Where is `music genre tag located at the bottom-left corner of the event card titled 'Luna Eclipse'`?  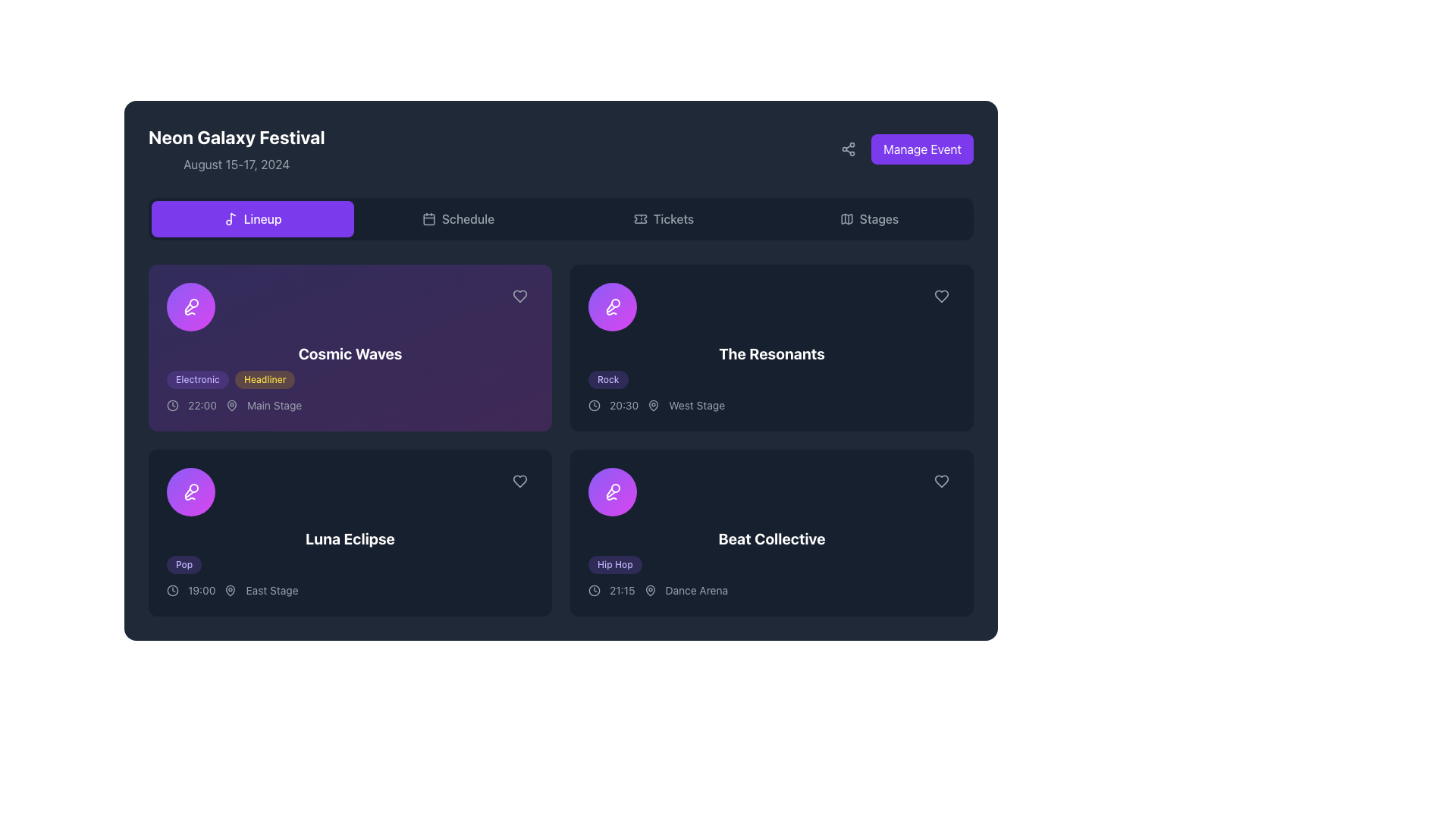
music genre tag located at the bottom-left corner of the event card titled 'Luna Eclipse' is located at coordinates (184, 564).